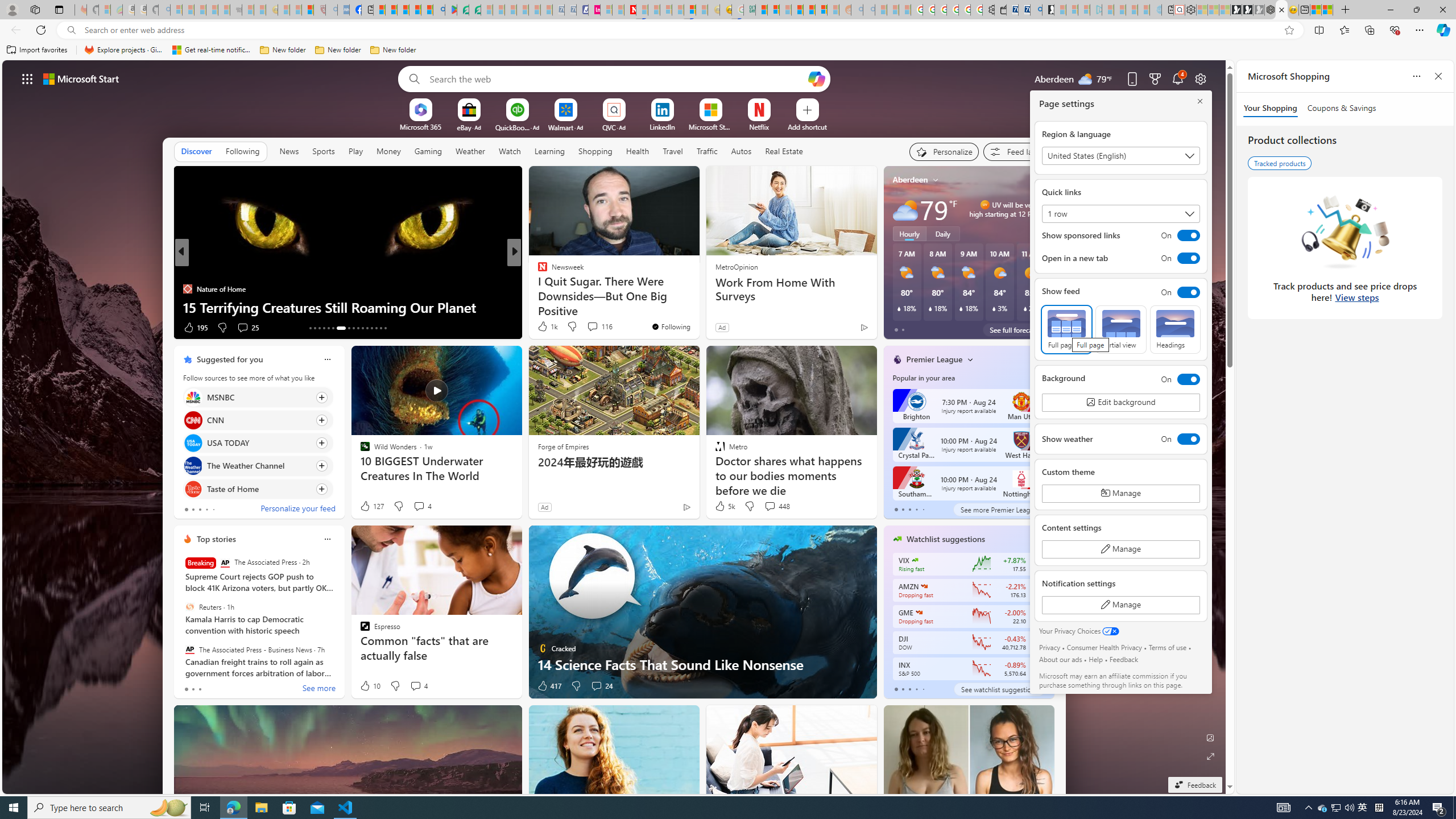 The height and width of the screenshot is (819, 1456). I want to click on 'Microsoft Word - consumer-privacy address update 2.2021', so click(475, 9).